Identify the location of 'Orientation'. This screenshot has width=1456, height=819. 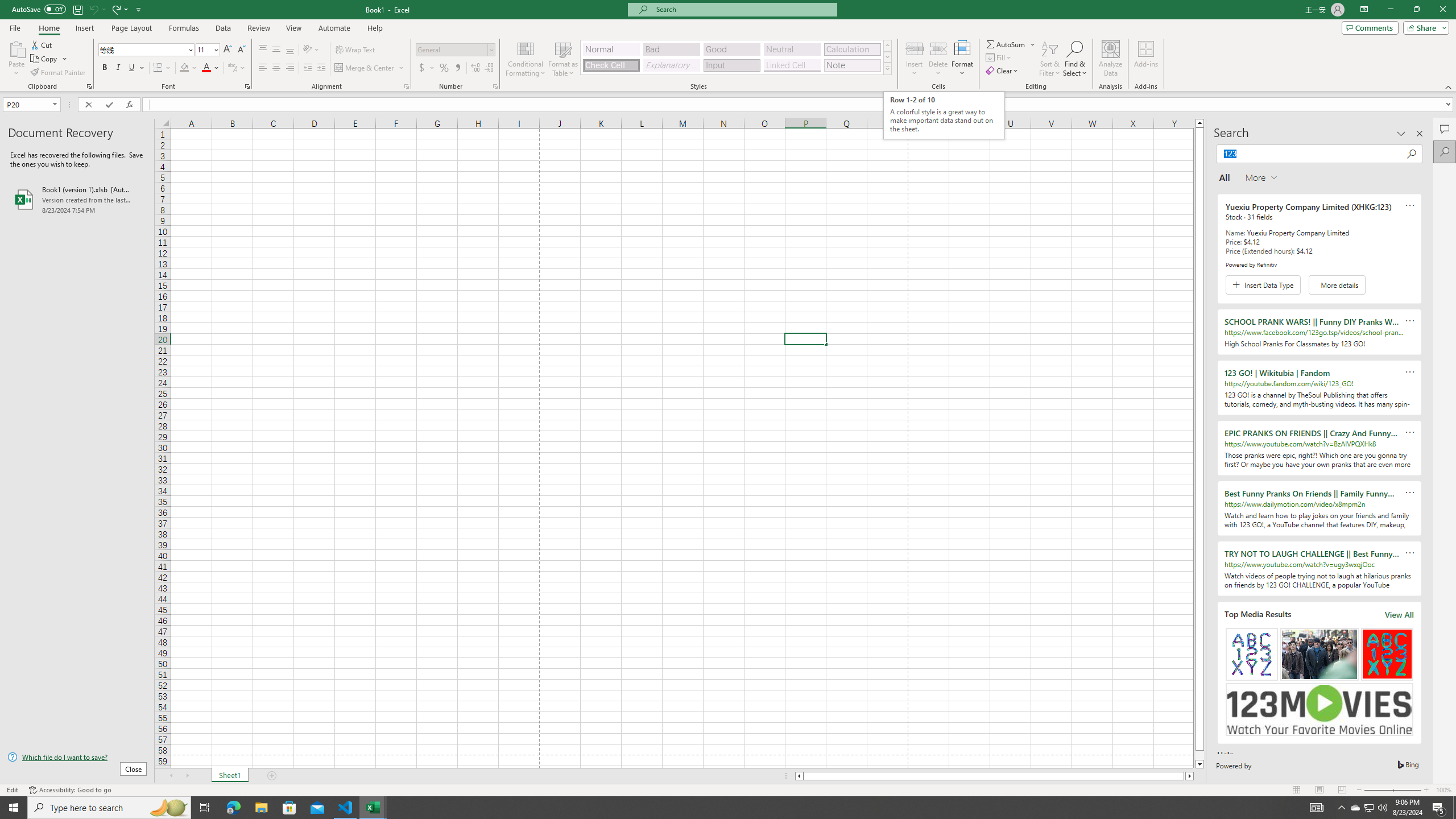
(311, 49).